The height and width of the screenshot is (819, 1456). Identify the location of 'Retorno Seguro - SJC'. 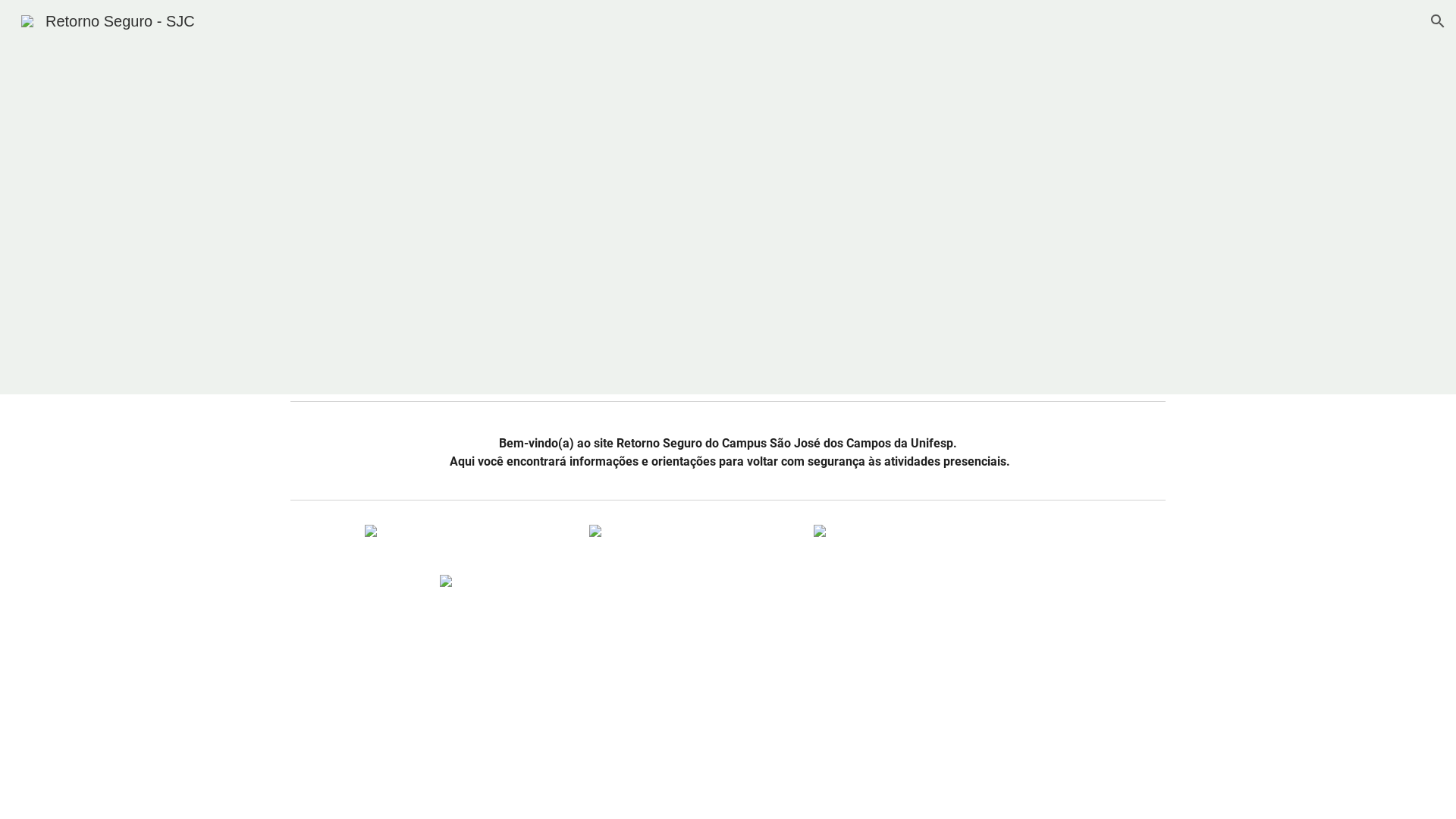
(107, 20).